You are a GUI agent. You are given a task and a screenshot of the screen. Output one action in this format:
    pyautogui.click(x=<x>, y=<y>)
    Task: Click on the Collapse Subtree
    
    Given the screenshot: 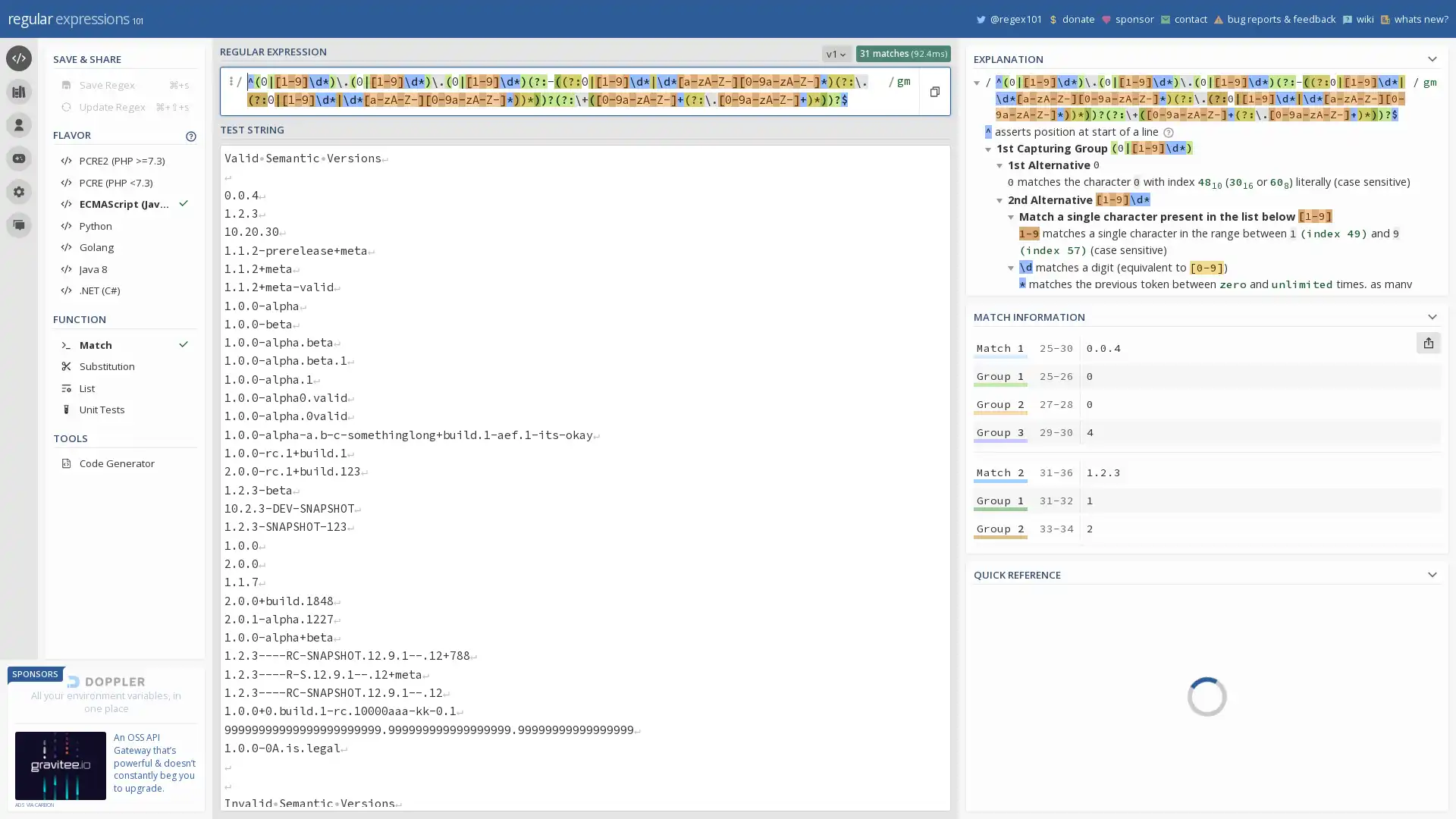 What is the action you would take?
    pyautogui.click(x=1002, y=576)
    